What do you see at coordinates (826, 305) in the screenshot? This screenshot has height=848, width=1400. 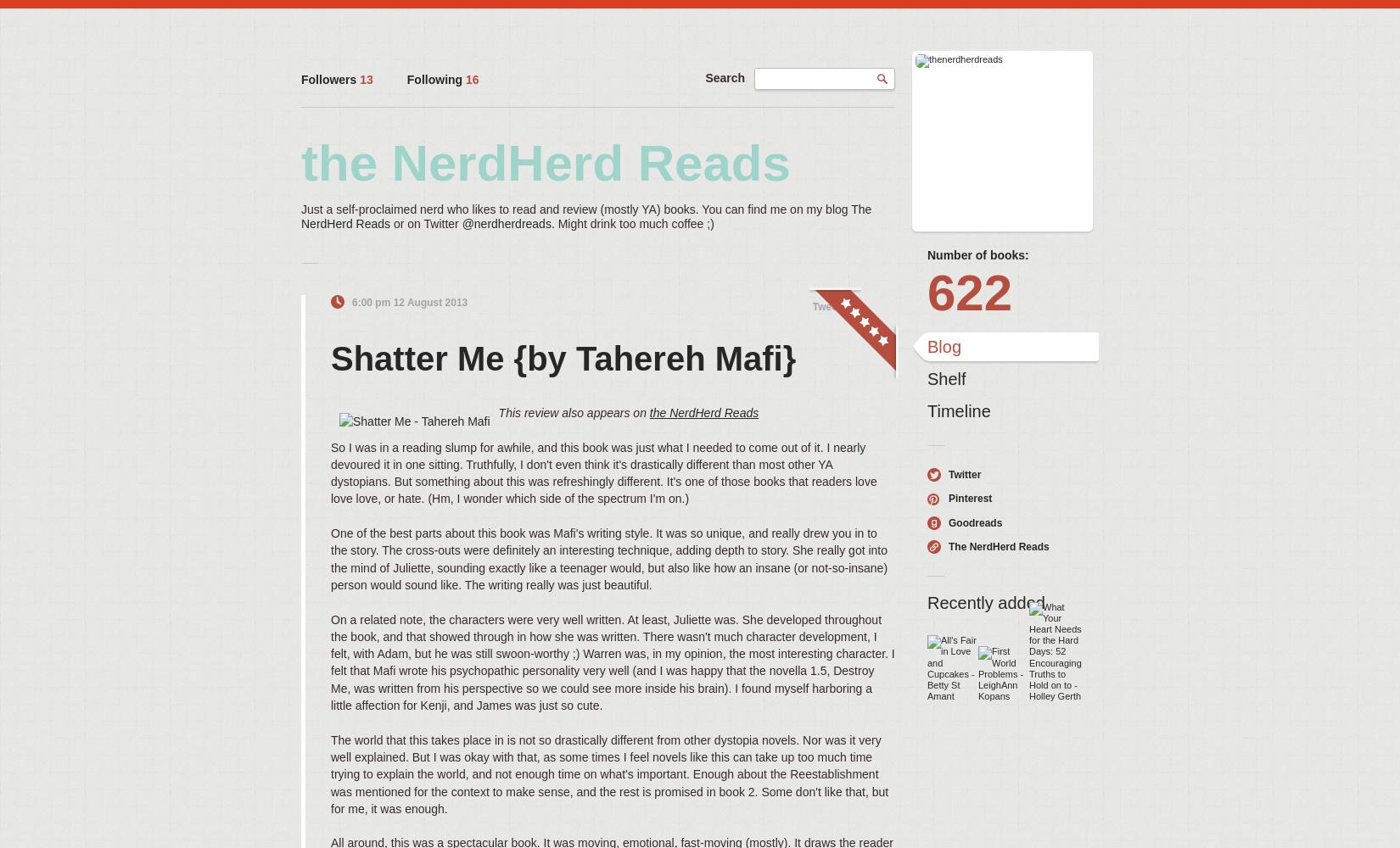 I see `'Tweet'` at bounding box center [826, 305].